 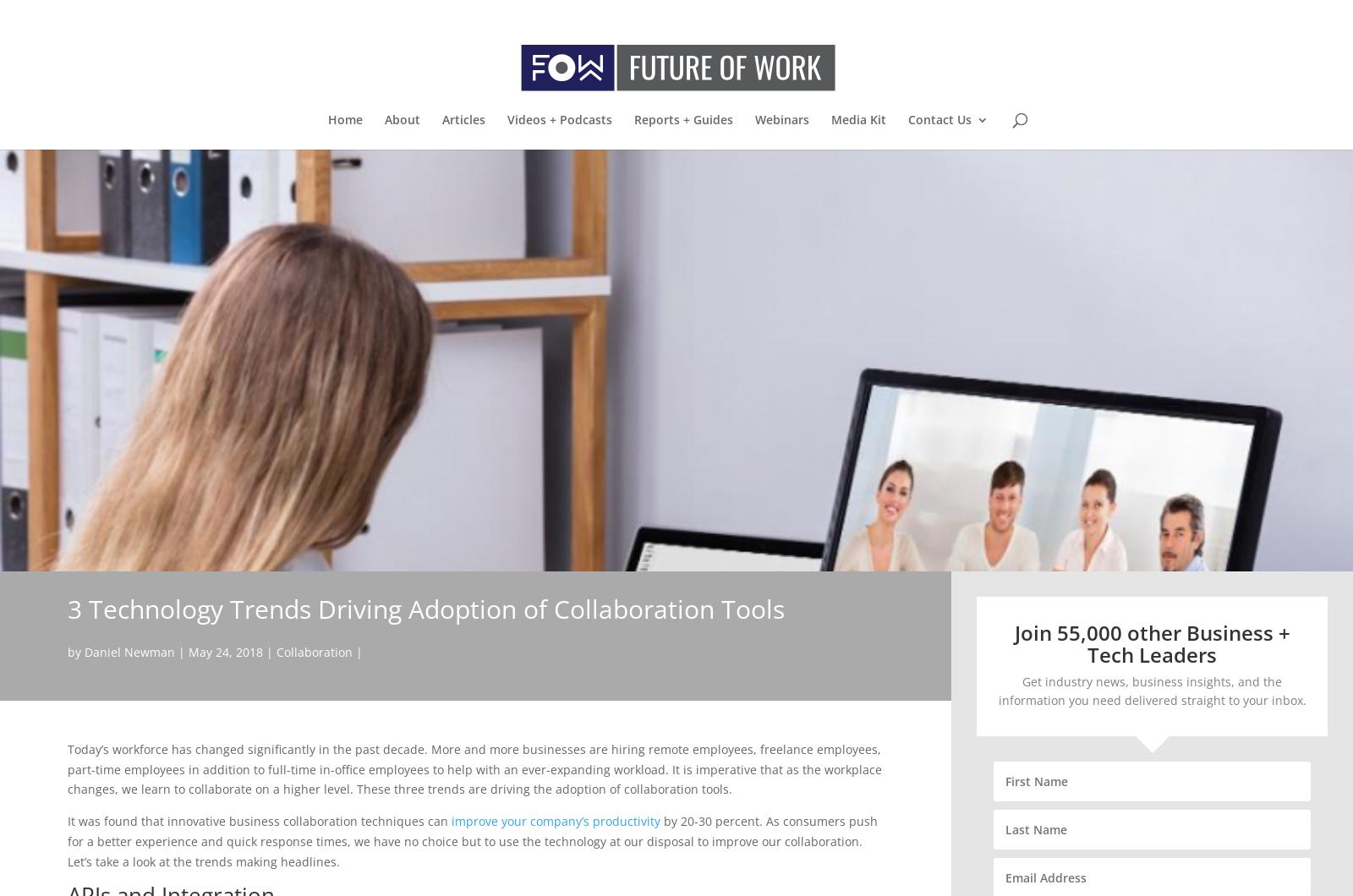 What do you see at coordinates (953, 218) in the screenshot?
I see `'Jobs'` at bounding box center [953, 218].